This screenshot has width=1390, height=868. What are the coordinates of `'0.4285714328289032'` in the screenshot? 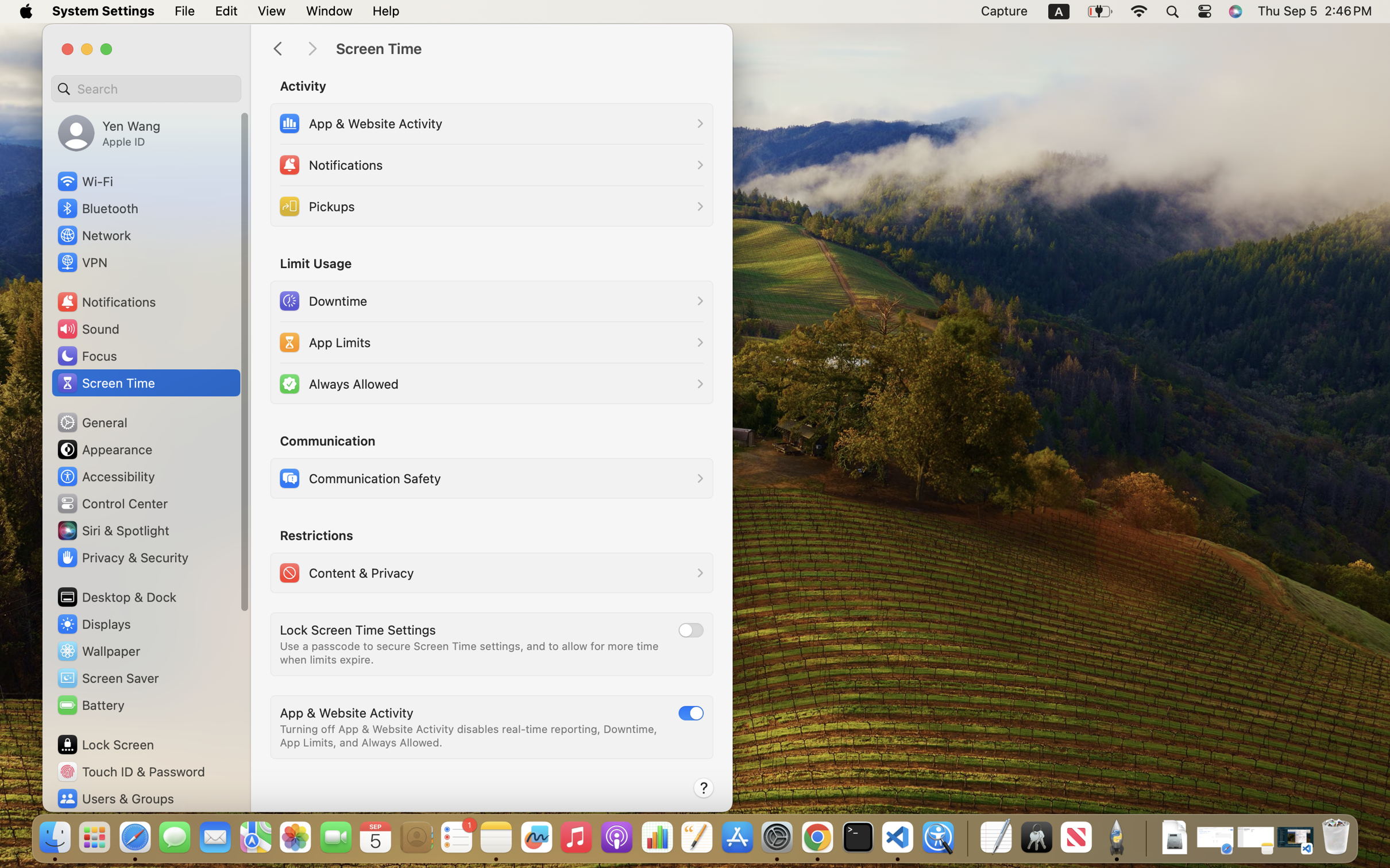 It's located at (966, 838).